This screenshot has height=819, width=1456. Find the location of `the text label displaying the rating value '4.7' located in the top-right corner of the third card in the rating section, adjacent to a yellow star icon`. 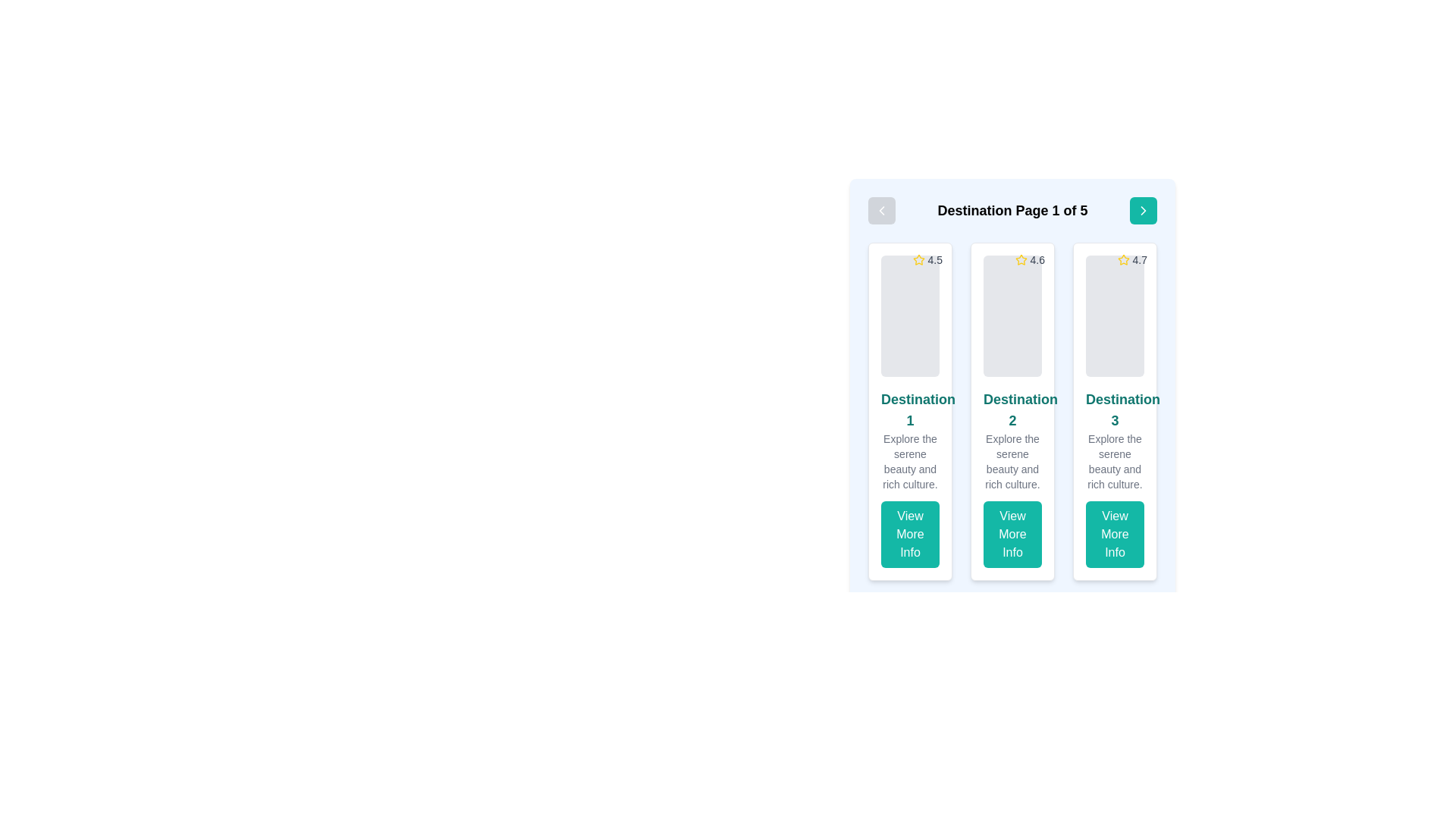

the text label displaying the rating value '4.7' located in the top-right corner of the third card in the rating section, adjacent to a yellow star icon is located at coordinates (1140, 259).